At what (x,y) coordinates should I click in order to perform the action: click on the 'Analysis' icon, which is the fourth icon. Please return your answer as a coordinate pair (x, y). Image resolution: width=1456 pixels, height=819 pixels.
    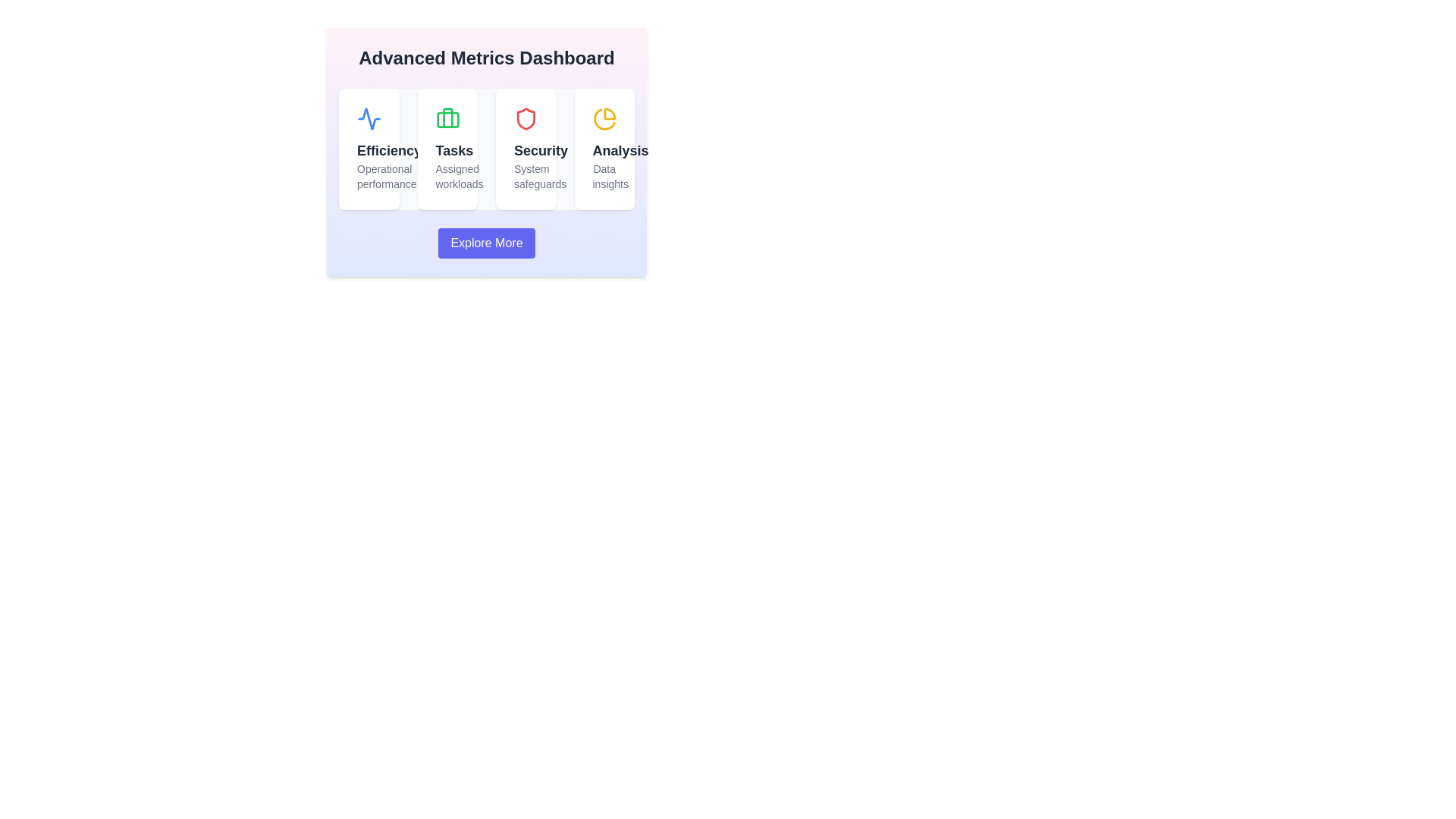
    Looking at the image, I should click on (604, 118).